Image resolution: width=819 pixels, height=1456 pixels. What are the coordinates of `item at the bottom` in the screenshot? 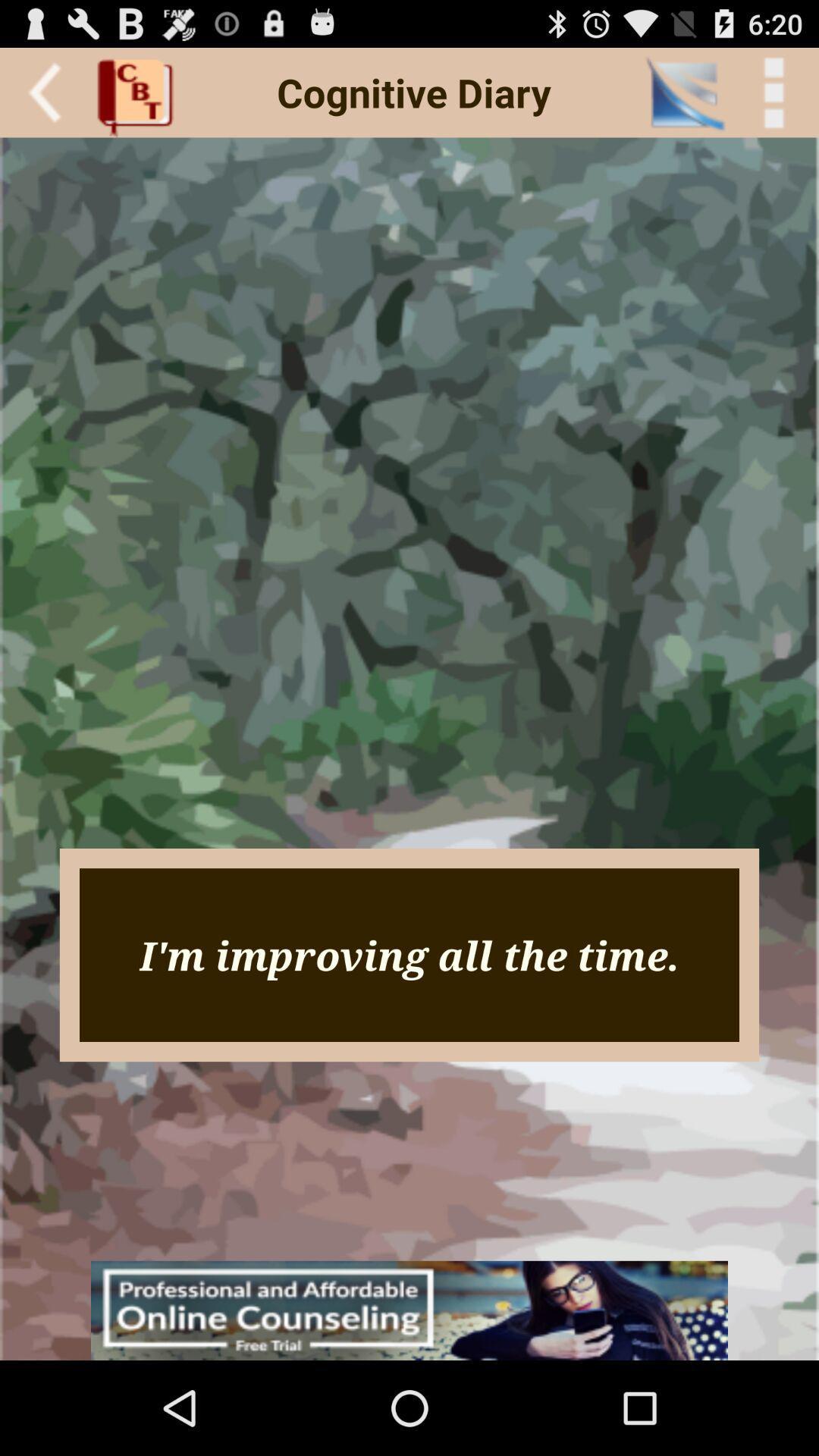 It's located at (409, 1310).